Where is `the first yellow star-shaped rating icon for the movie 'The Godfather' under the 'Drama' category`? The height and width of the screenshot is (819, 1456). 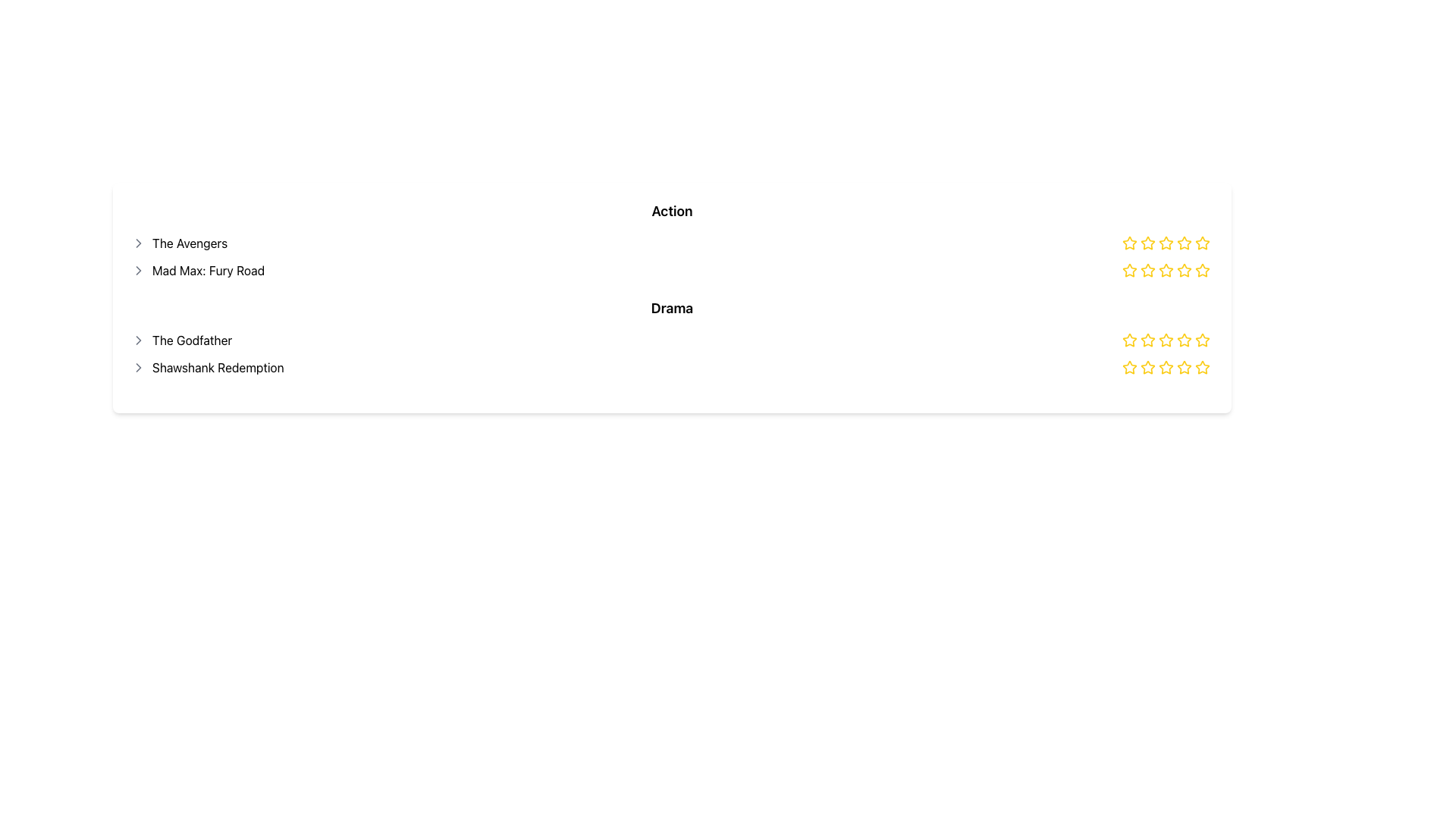 the first yellow star-shaped rating icon for the movie 'The Godfather' under the 'Drama' category is located at coordinates (1128, 338).